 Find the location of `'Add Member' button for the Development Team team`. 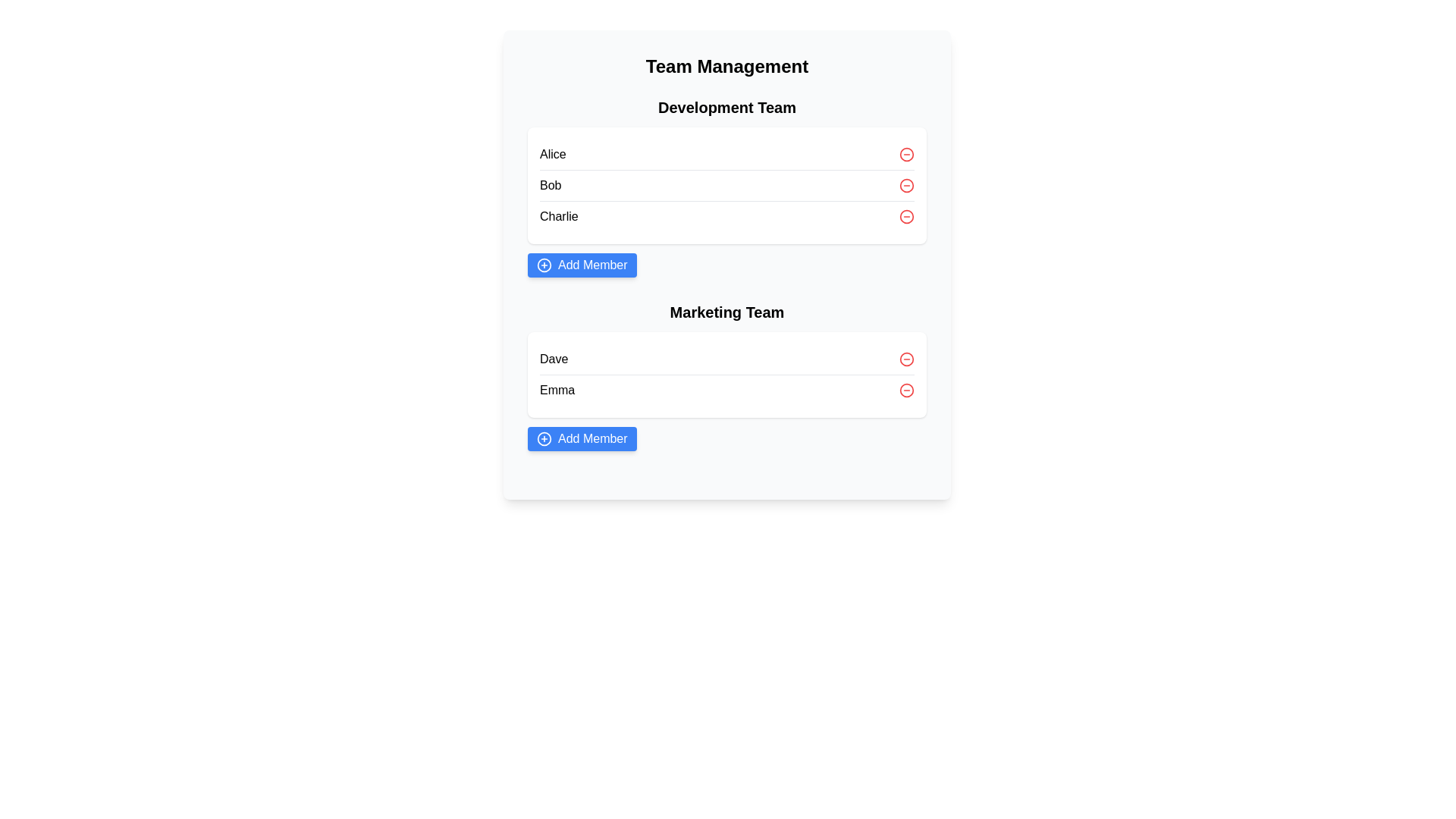

'Add Member' button for the Development Team team is located at coordinates (581, 265).